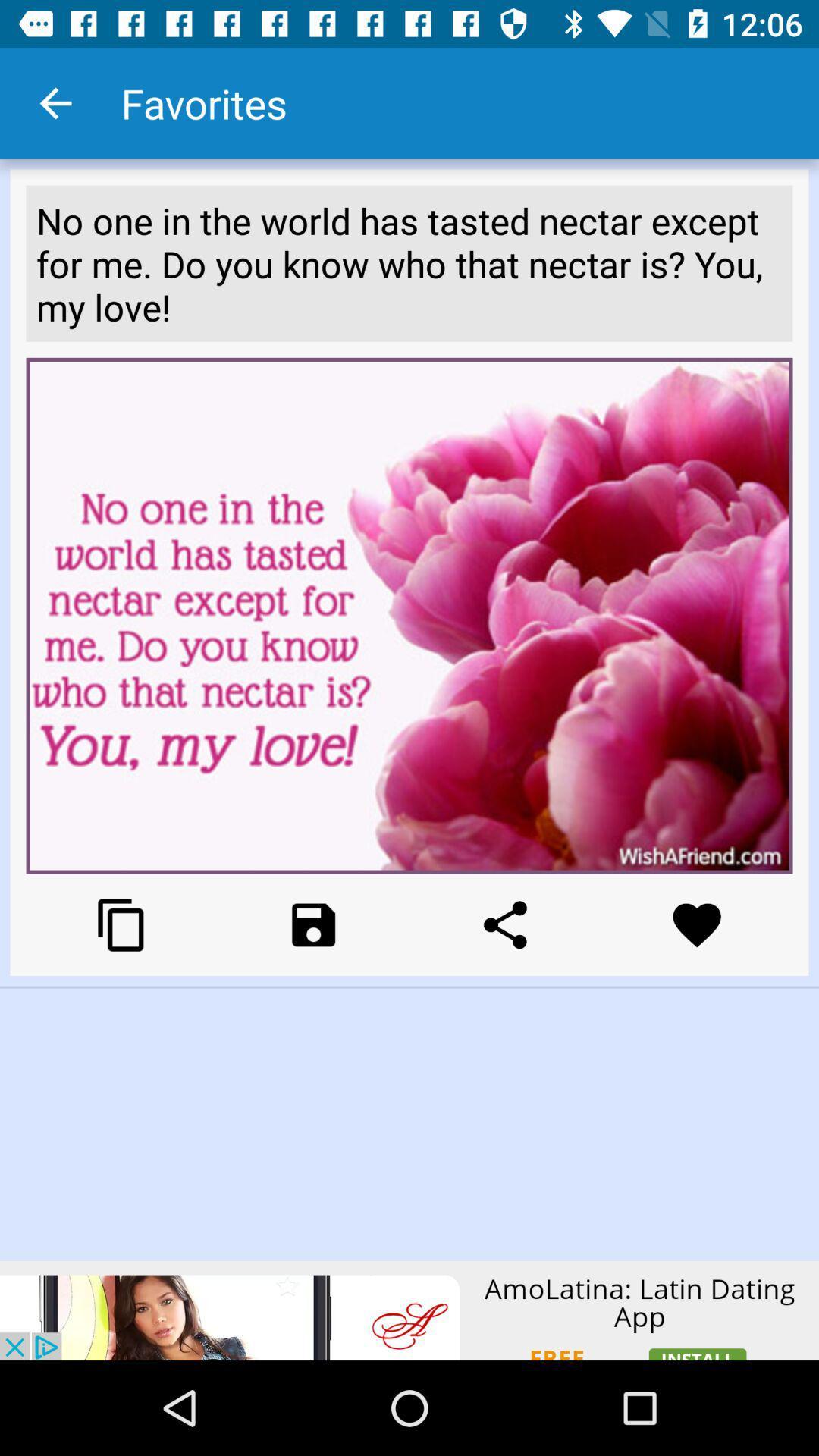  What do you see at coordinates (505, 924) in the screenshot?
I see `share` at bounding box center [505, 924].